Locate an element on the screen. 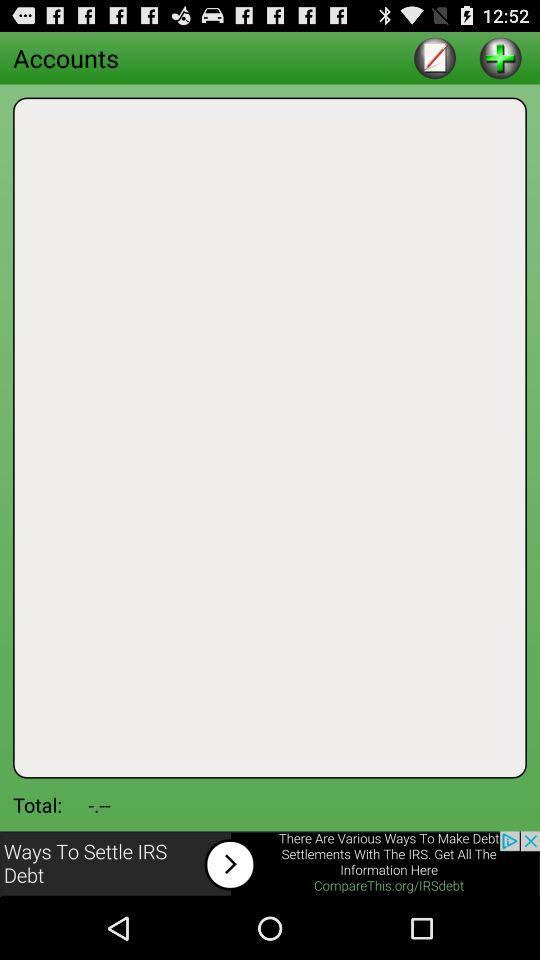  the edit icon is located at coordinates (434, 61).